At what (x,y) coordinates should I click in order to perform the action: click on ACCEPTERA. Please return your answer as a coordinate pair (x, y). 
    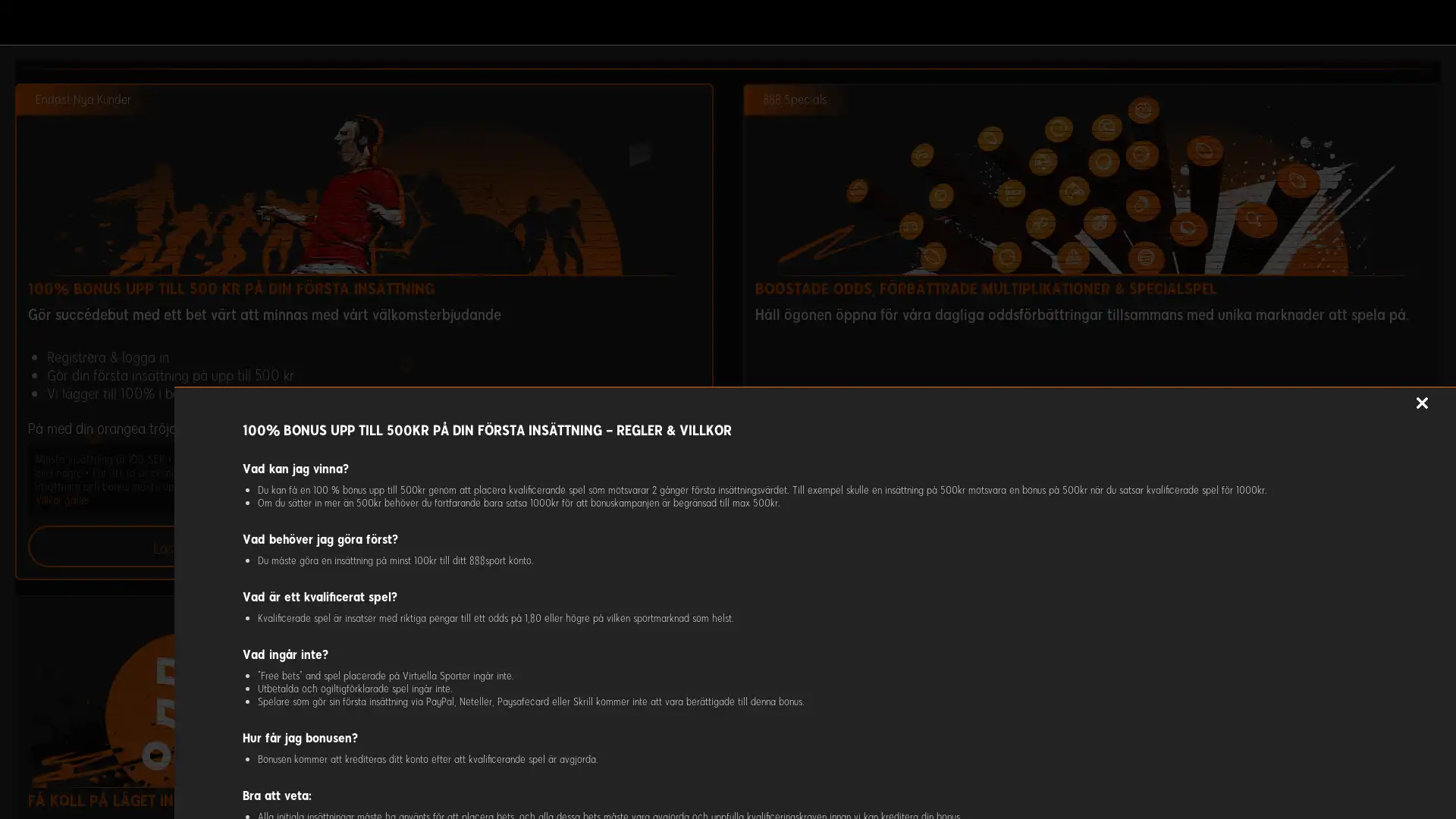
    Looking at the image, I should click on (1331, 775).